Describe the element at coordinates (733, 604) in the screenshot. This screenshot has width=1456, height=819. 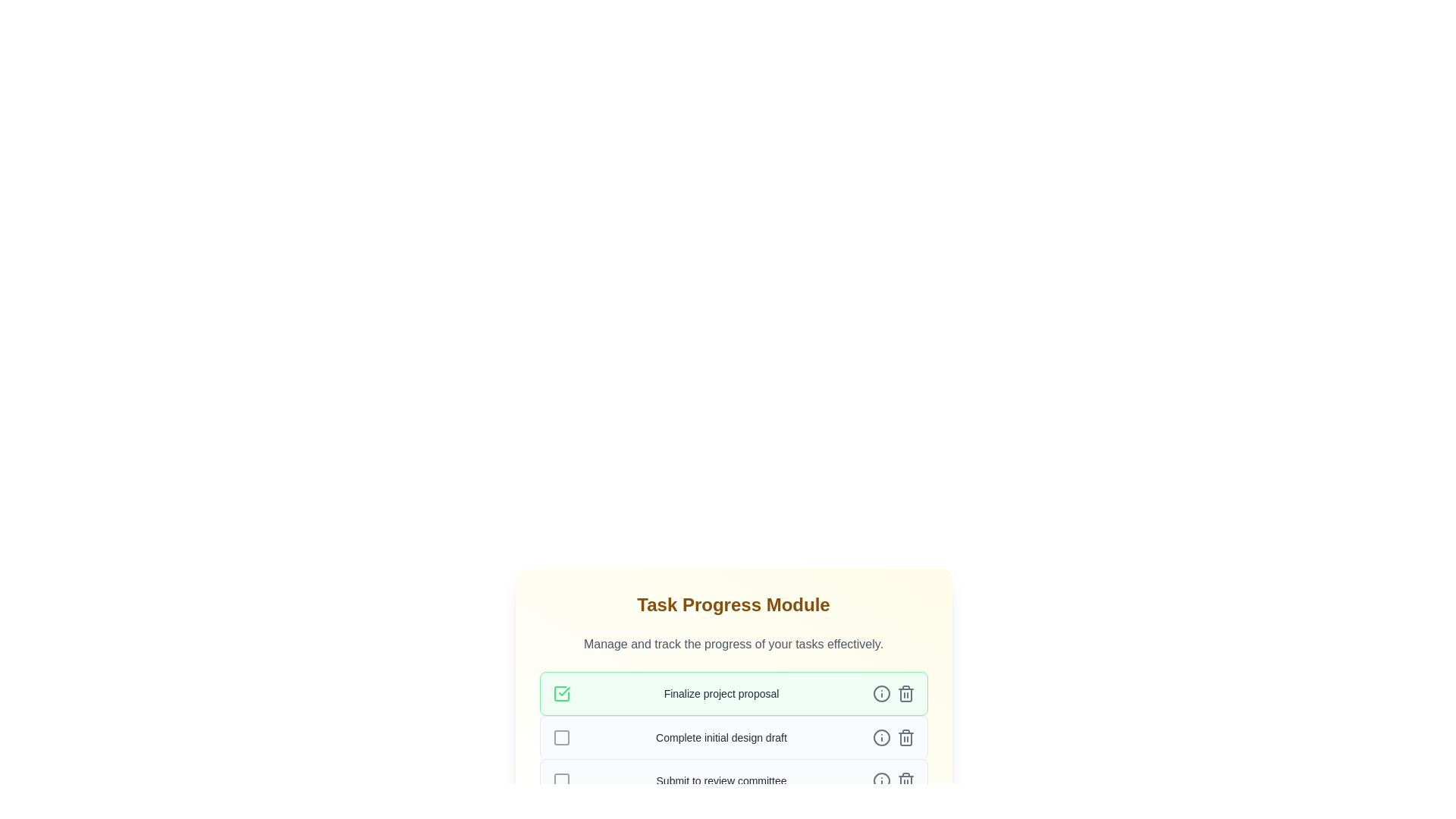
I see `the Text Header located at the top section of the rectangular card layout, which serves as the title or header for the card` at that location.